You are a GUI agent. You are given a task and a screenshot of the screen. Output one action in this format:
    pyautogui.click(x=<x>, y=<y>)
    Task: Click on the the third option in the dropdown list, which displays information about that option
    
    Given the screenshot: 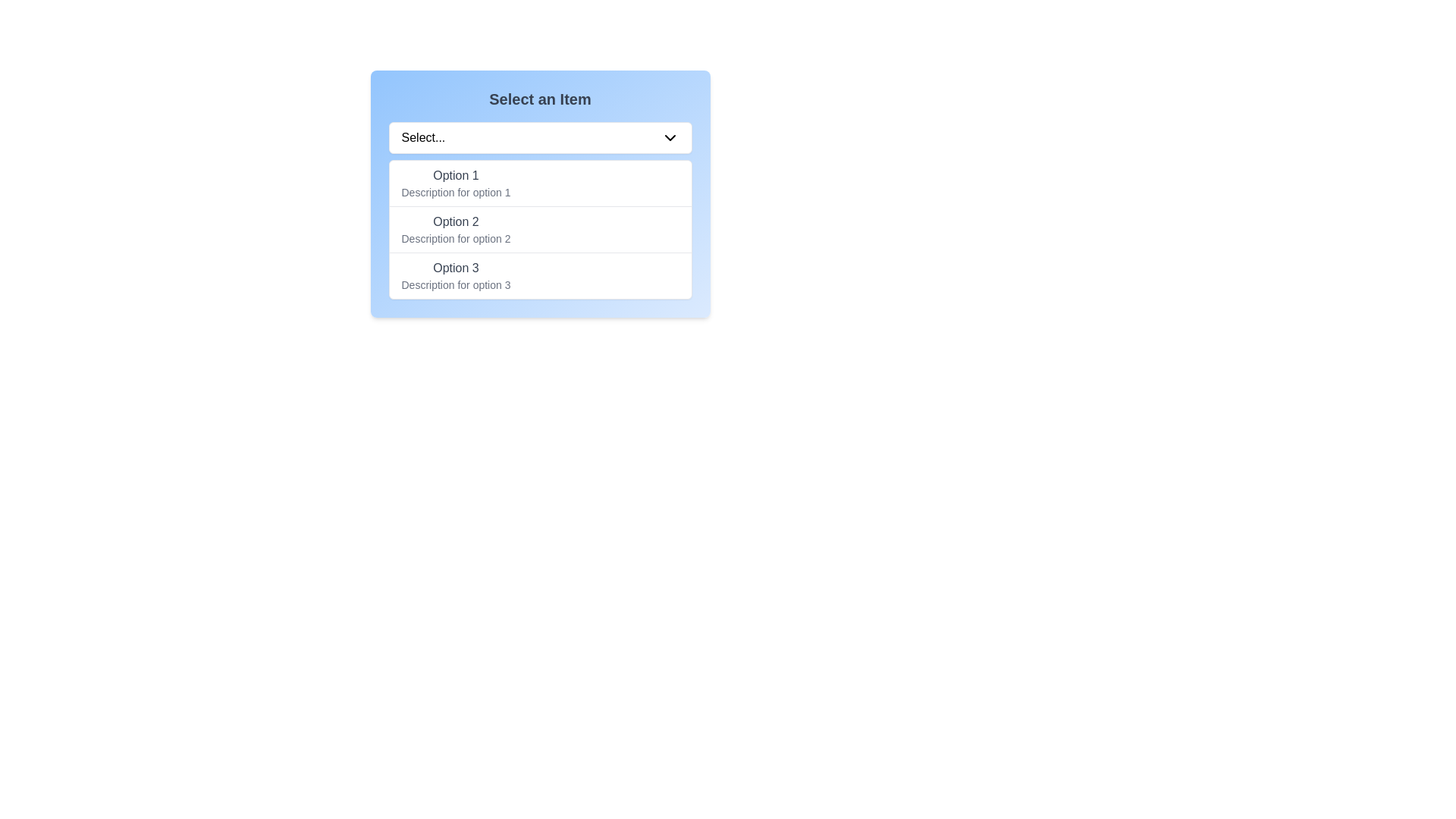 What is the action you would take?
    pyautogui.click(x=455, y=275)
    